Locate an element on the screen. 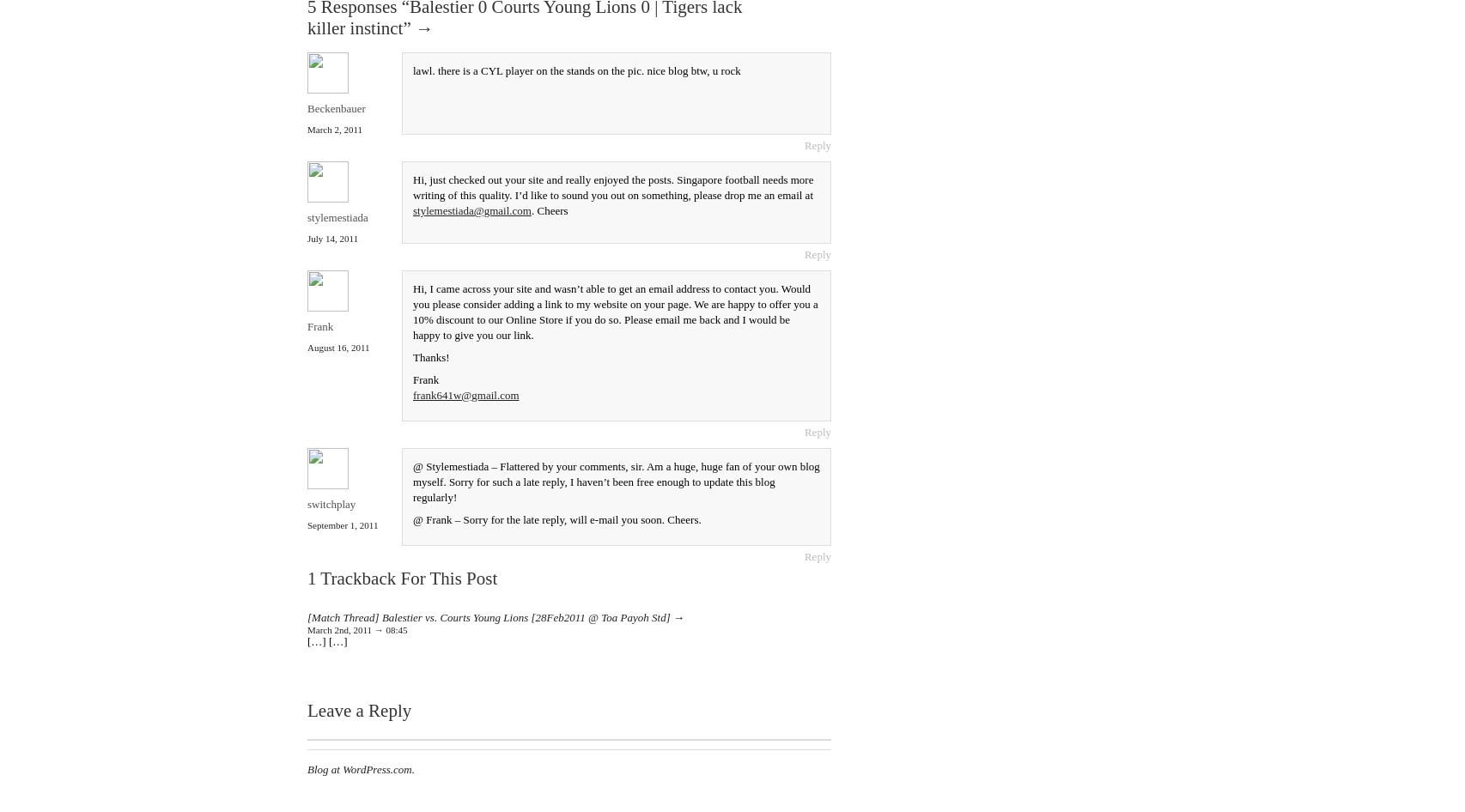  '@ Frank – Sorry for the late reply, will e-mail you soon. Cheers.' is located at coordinates (411, 518).